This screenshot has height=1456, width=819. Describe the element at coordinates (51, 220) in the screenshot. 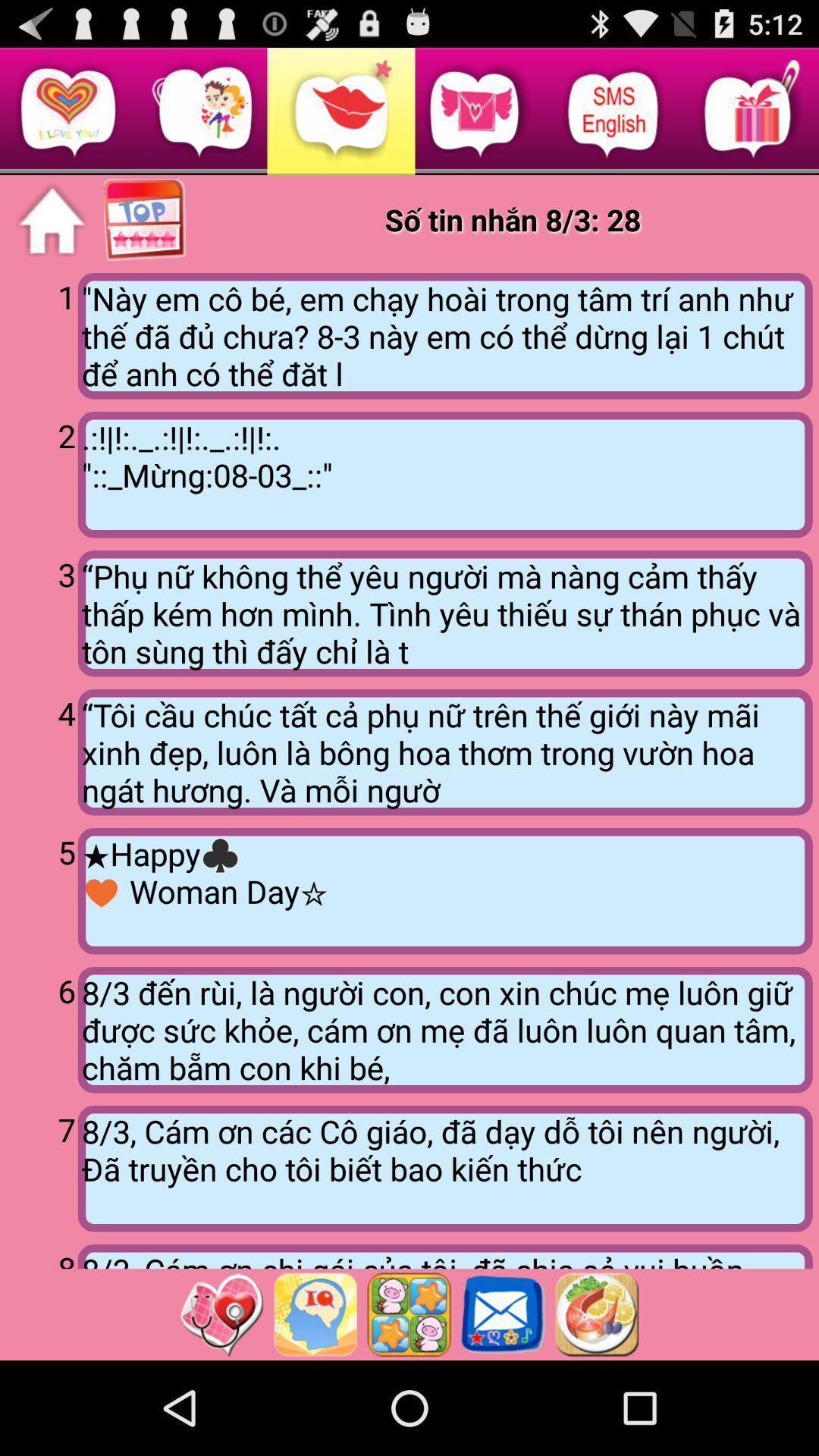

I see `go home button` at that location.